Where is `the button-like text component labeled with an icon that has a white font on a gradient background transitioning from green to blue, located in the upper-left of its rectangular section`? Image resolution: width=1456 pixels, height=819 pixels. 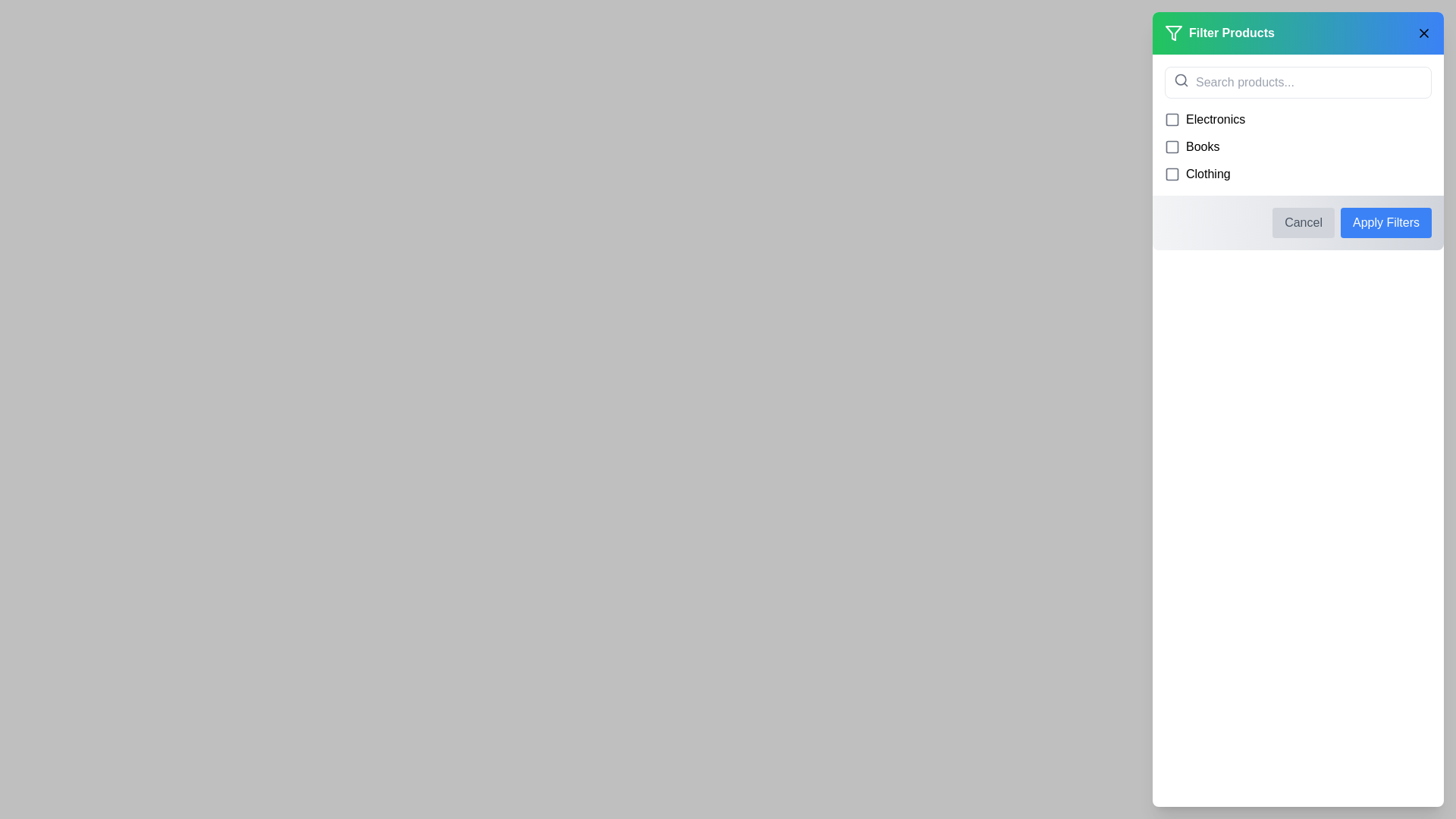
the button-like text component labeled with an icon that has a white font on a gradient background transitioning from green to blue, located in the upper-left of its rectangular section is located at coordinates (1219, 33).